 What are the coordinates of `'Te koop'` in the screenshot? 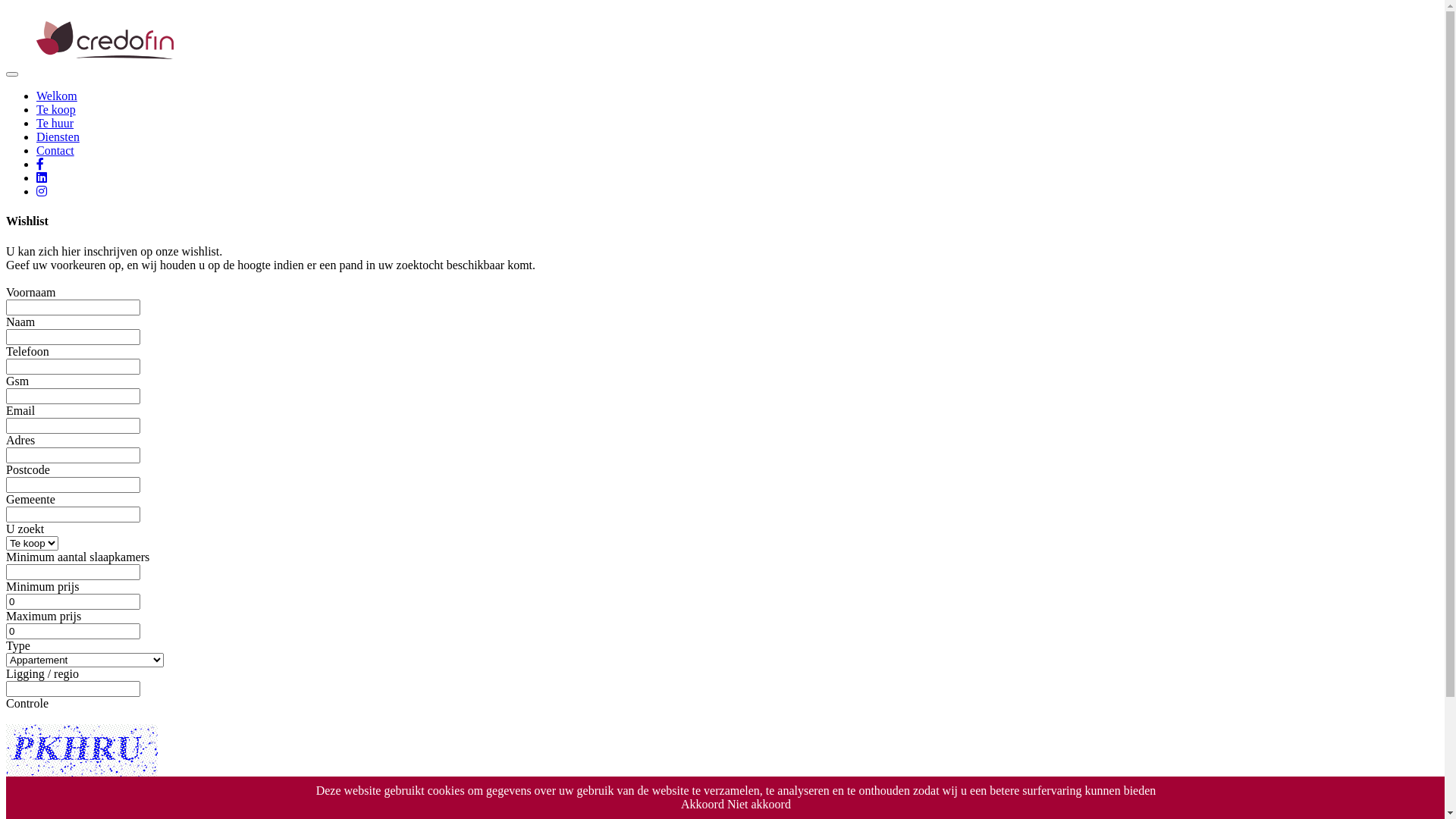 It's located at (55, 108).